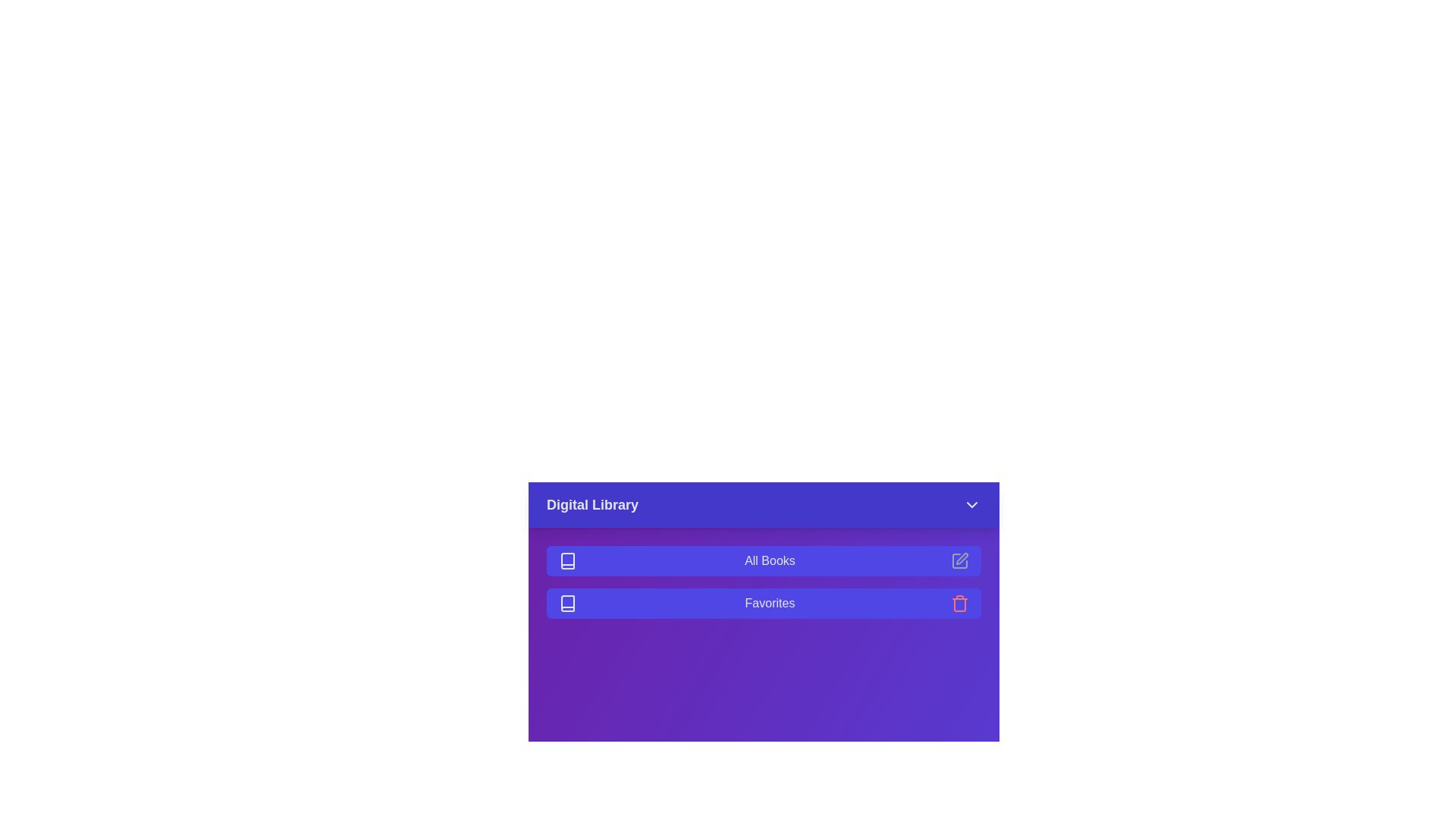  I want to click on the menu item Favorites to select it, so click(764, 602).